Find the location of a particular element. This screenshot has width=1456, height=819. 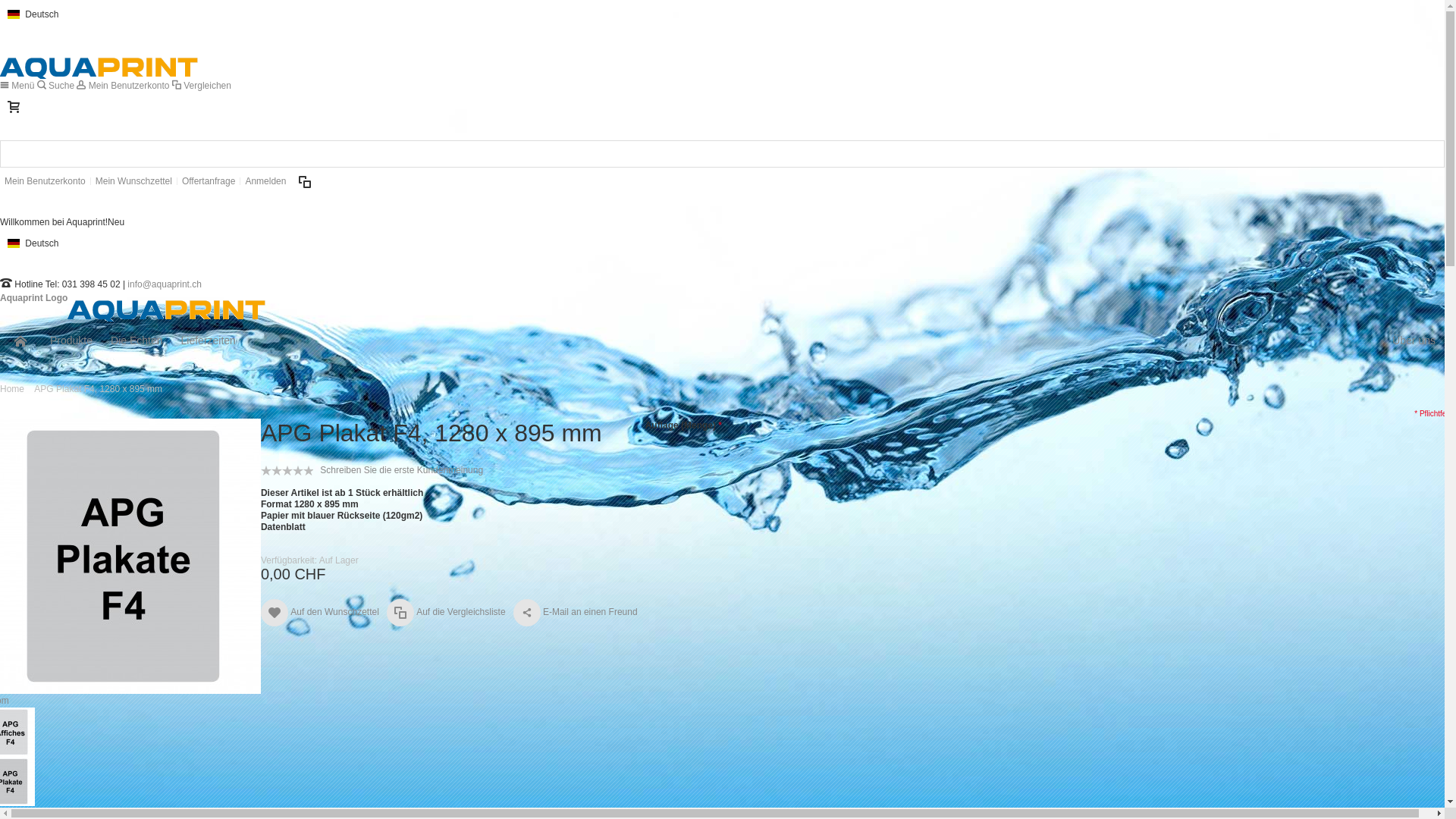

'Suche' is located at coordinates (57, 85).